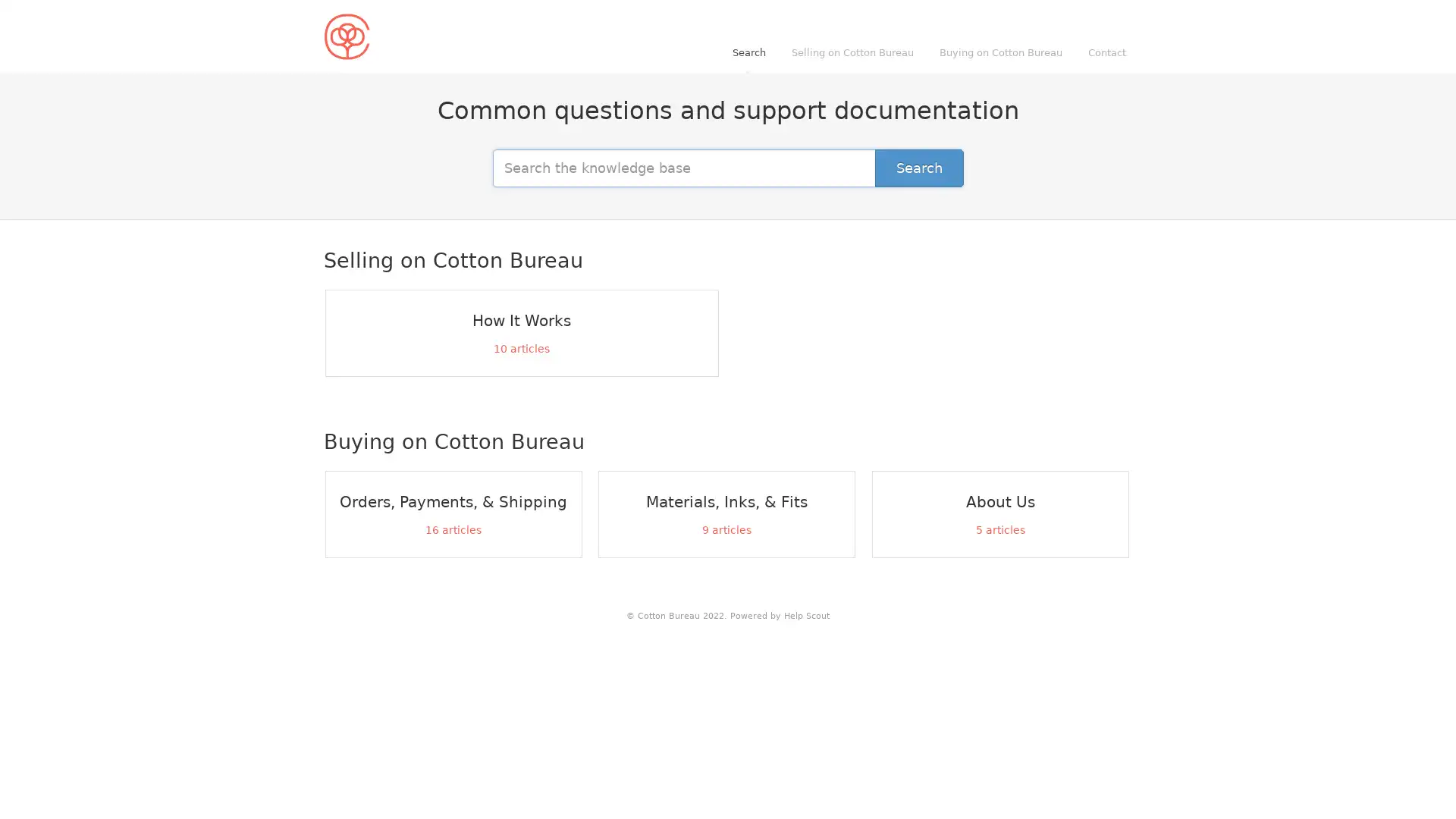  What do you see at coordinates (918, 167) in the screenshot?
I see `Search` at bounding box center [918, 167].